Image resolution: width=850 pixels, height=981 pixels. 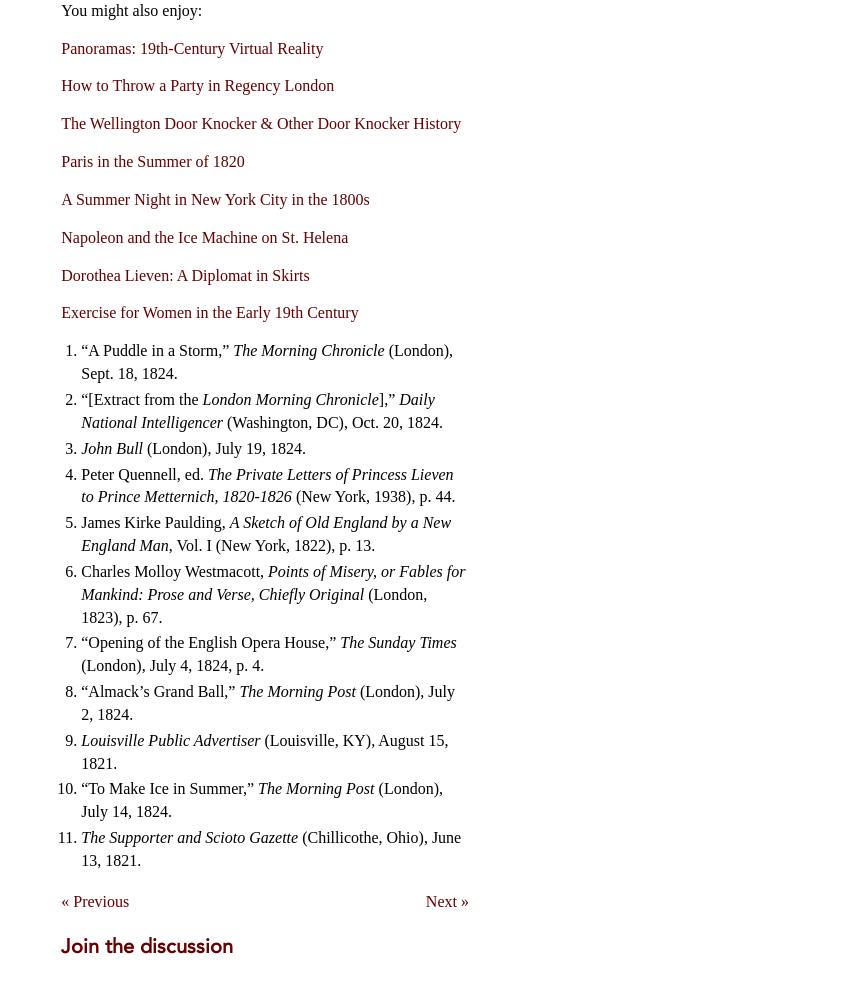 What do you see at coordinates (376, 397) in the screenshot?
I see `'],”'` at bounding box center [376, 397].